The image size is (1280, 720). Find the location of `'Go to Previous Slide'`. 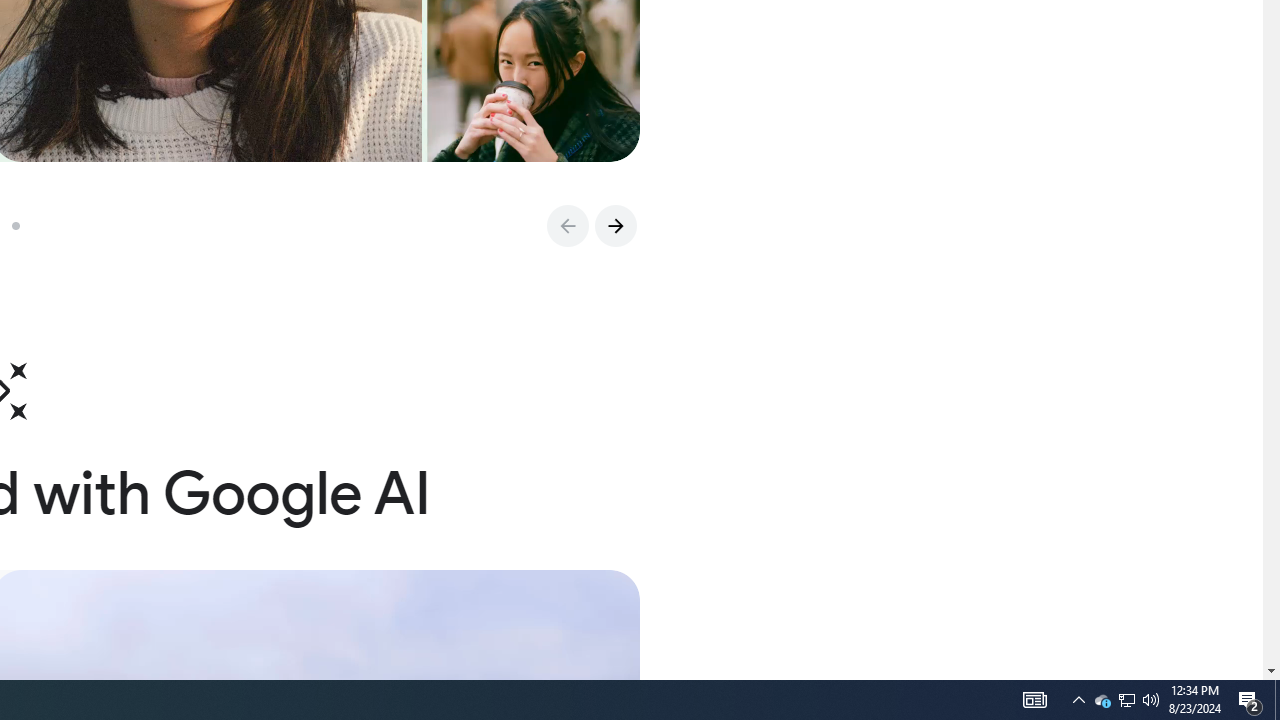

'Go to Previous Slide' is located at coordinates (566, 225).